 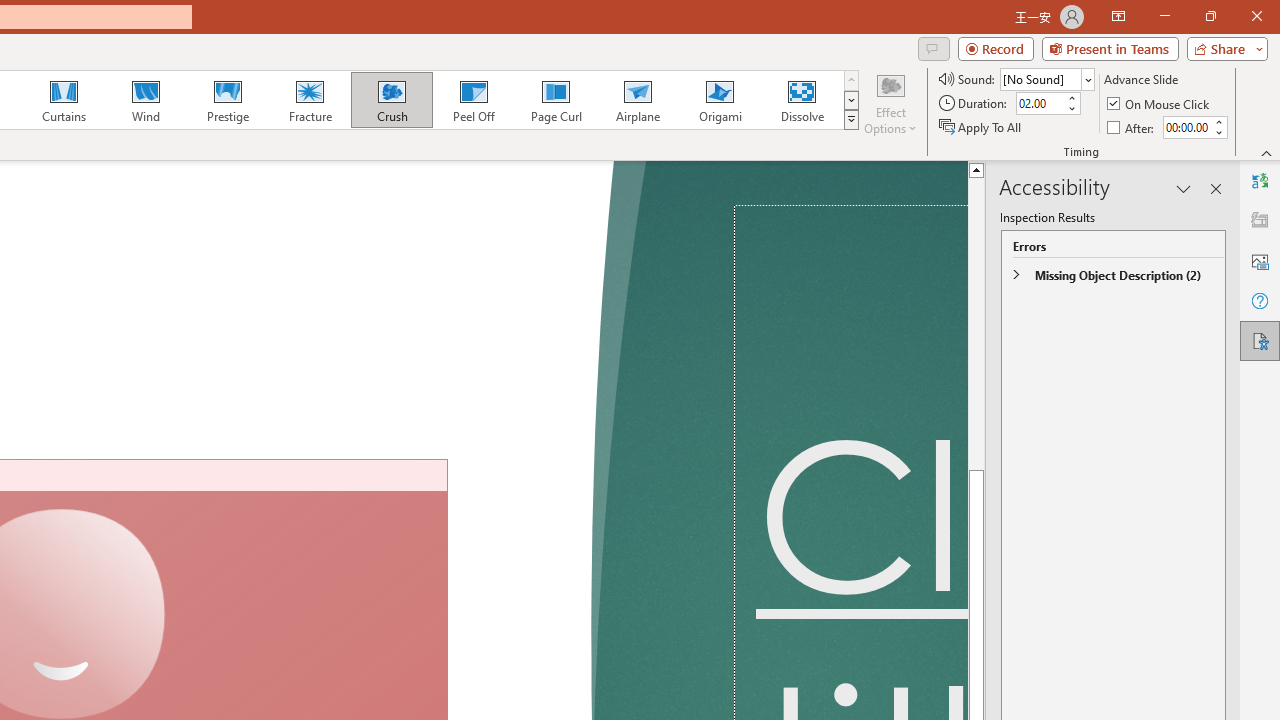 I want to click on 'Prestige', so click(x=227, y=100).